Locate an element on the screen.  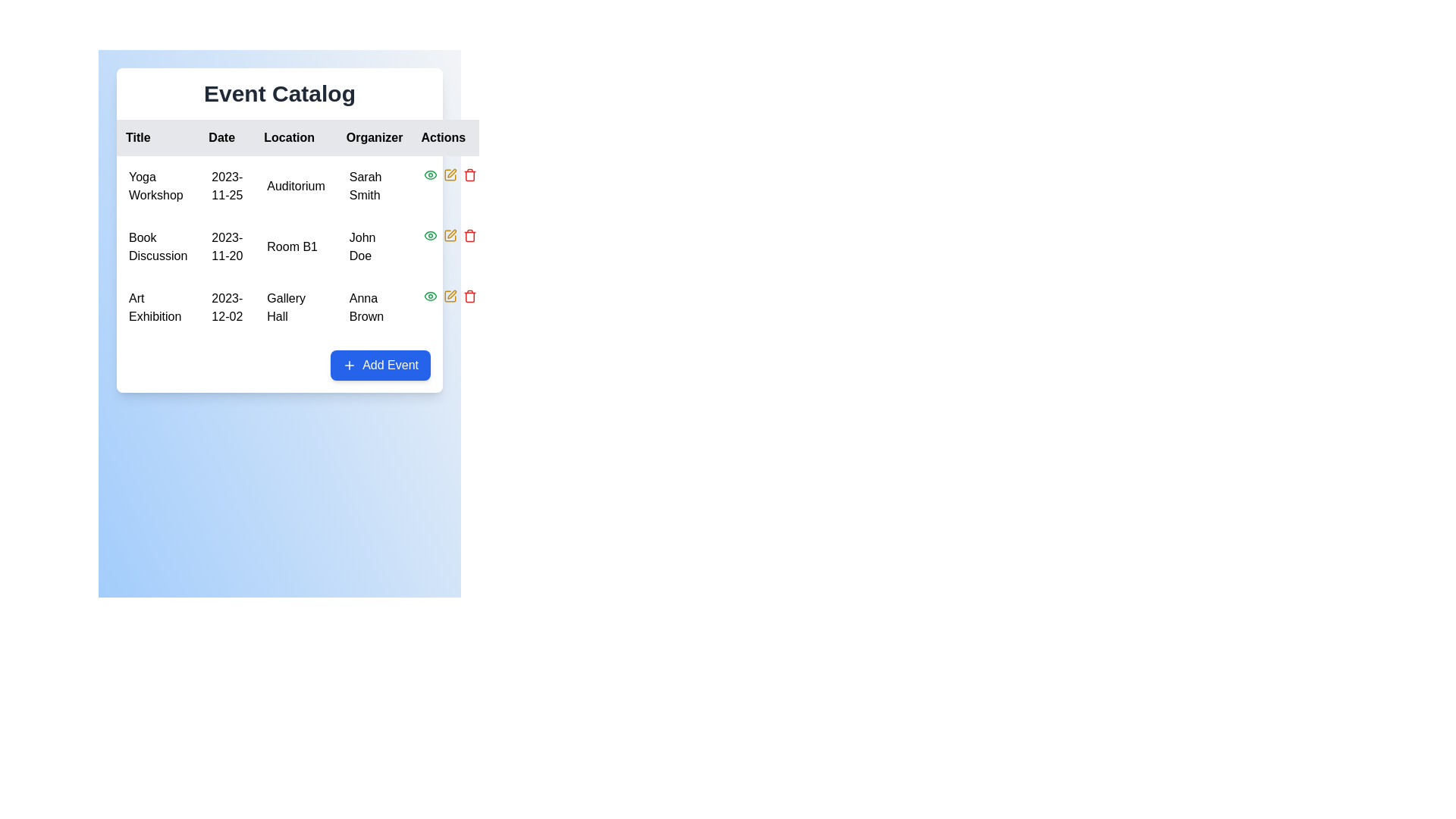
the edit action icon for the 'Book Discussion' event, which is located in the 'Actions' column of the second row in the table and is the leftmost icon is located at coordinates (450, 174).